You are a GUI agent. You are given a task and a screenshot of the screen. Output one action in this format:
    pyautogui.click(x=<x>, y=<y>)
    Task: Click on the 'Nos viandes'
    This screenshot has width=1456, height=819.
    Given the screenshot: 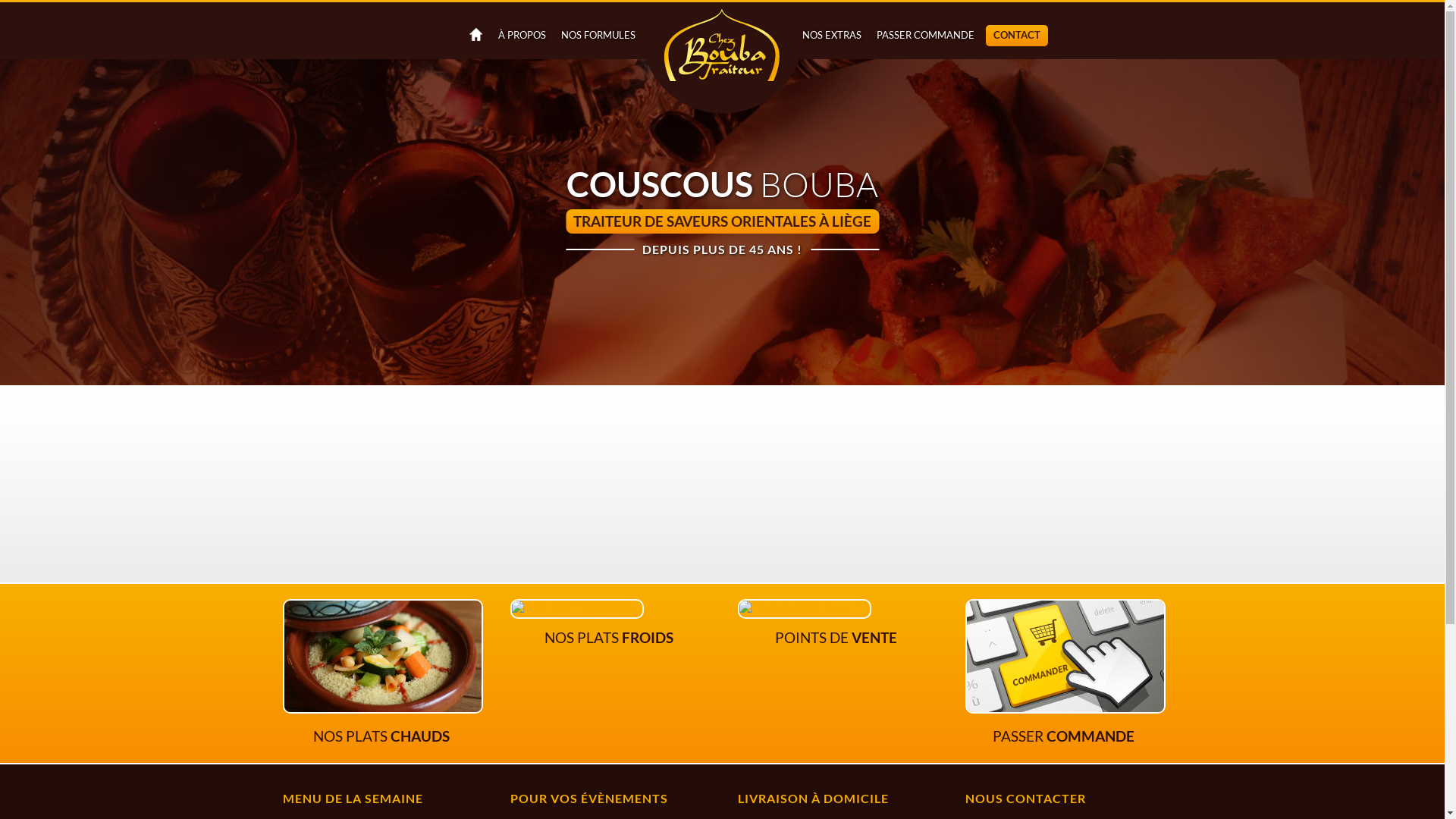 What is the action you would take?
    pyautogui.click(x=510, y=607)
    